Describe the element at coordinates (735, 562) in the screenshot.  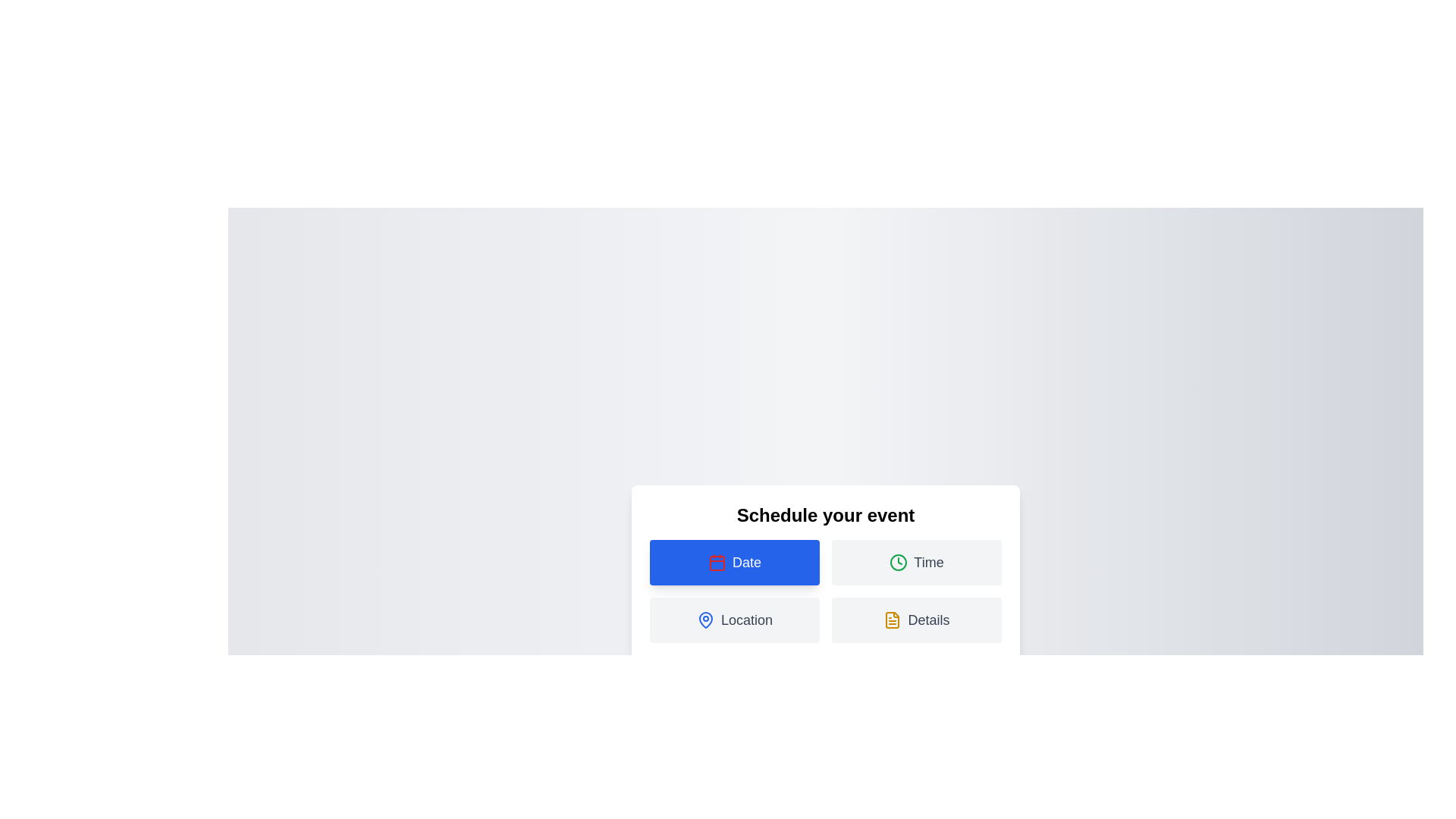
I see `the blue rectangular button labeled 'Date' with a red calendar icon` at that location.